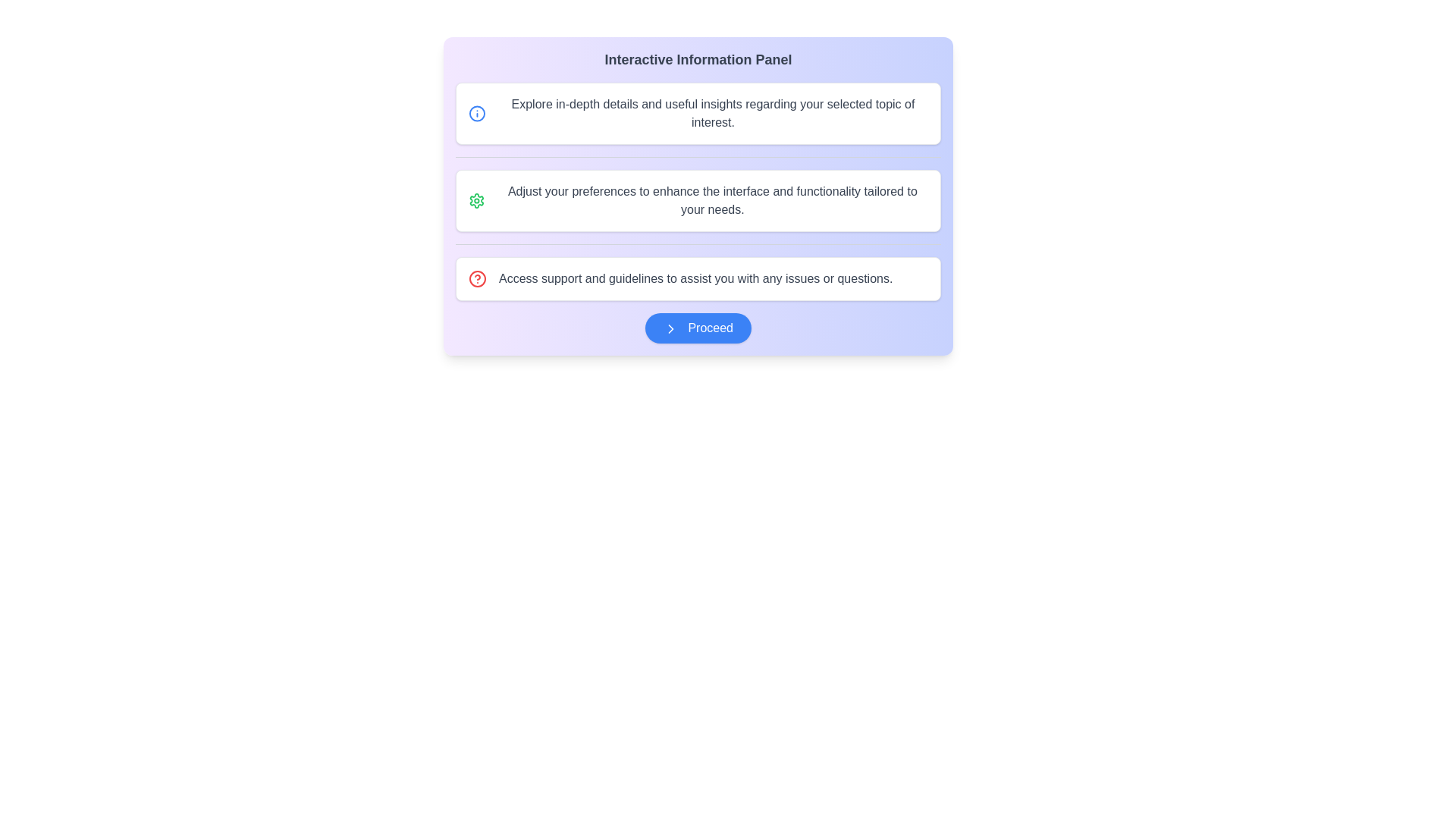 Image resolution: width=1456 pixels, height=819 pixels. I want to click on the text block that reads 'Adjust your preferences to enhance the interface and functionality tailored to your needs.', so click(711, 200).